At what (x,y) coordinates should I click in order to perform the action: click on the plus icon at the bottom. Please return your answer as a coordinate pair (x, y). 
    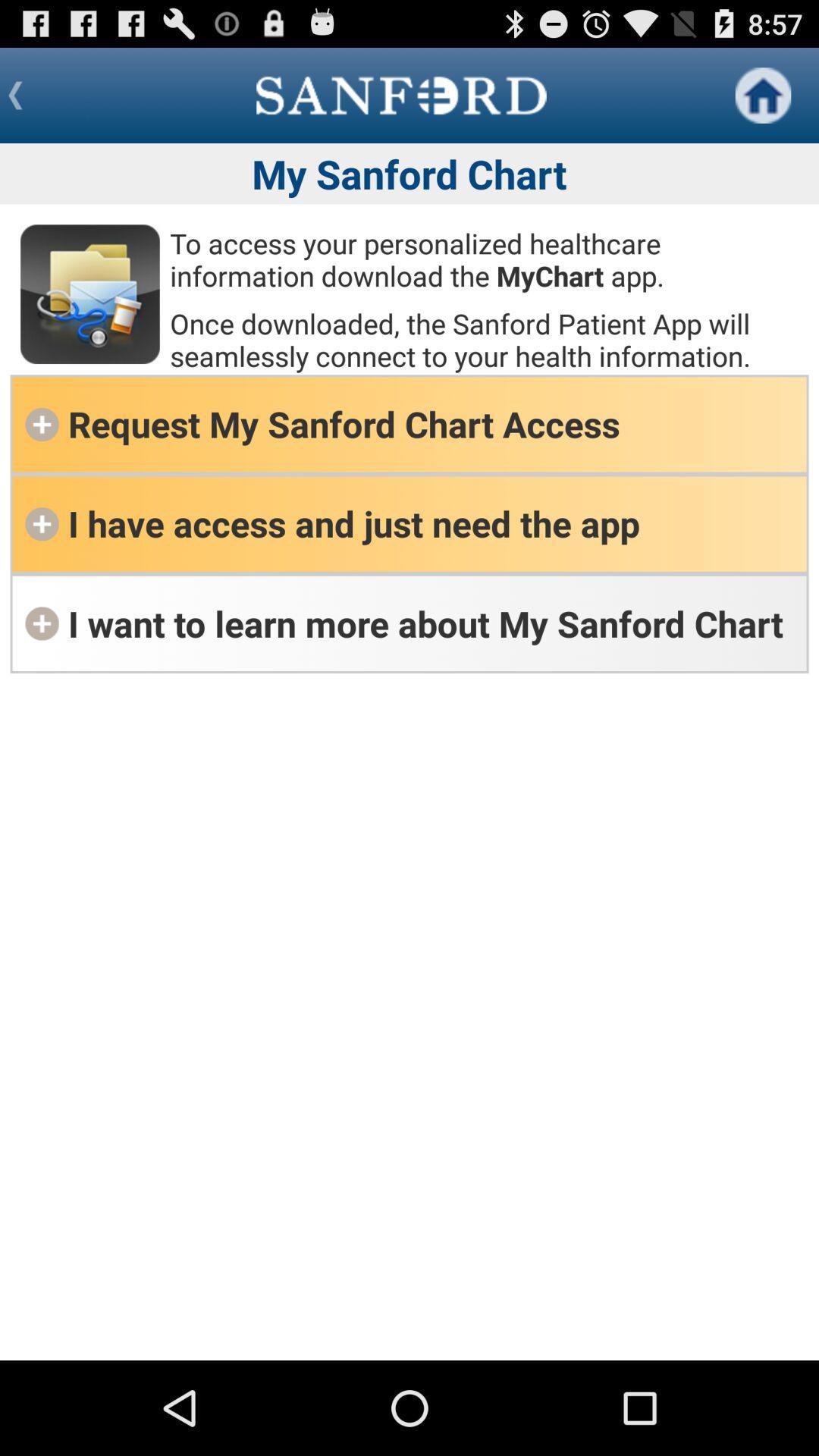
    Looking at the image, I should click on (41, 623).